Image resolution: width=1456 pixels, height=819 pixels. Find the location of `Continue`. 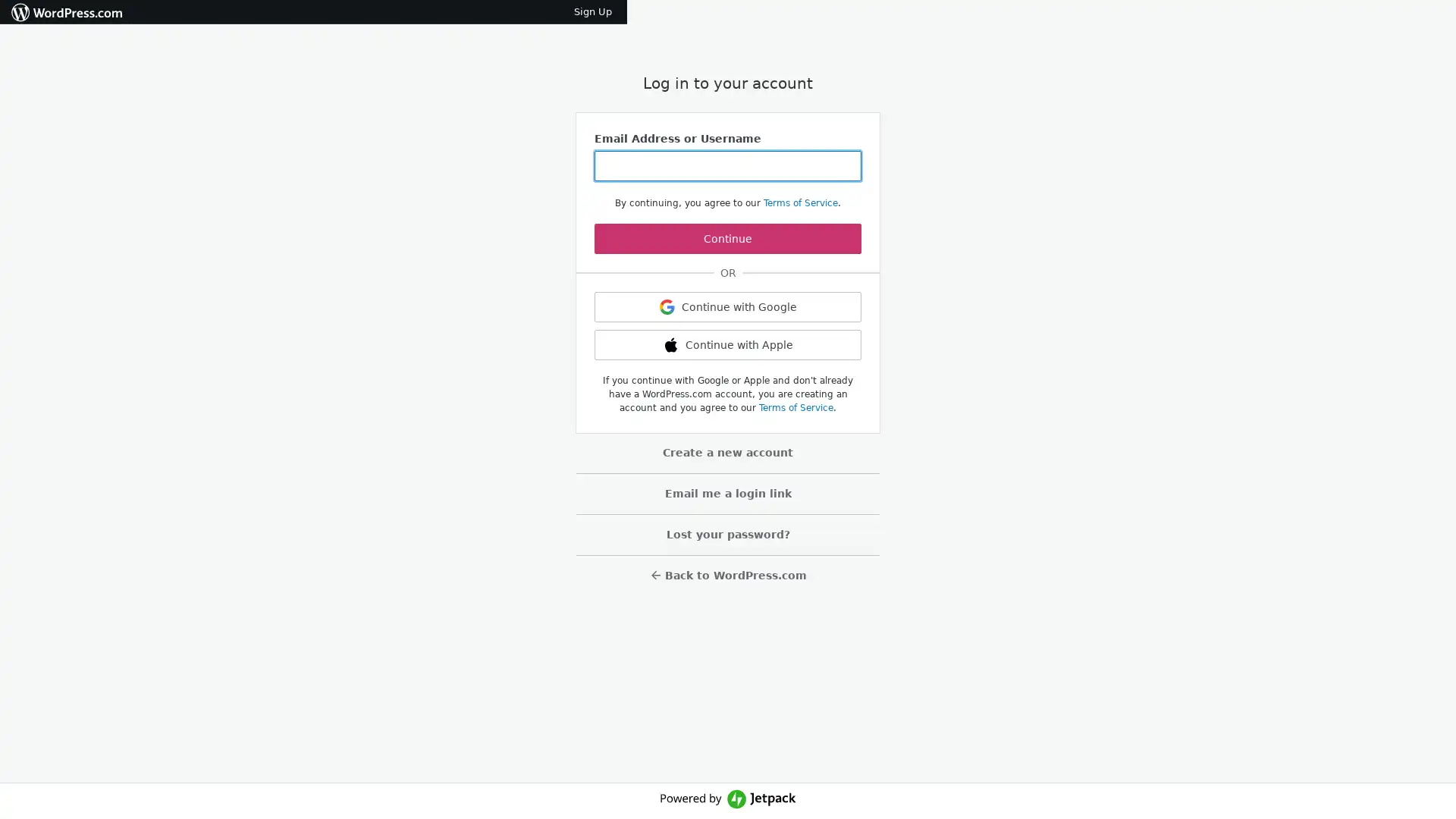

Continue is located at coordinates (728, 239).